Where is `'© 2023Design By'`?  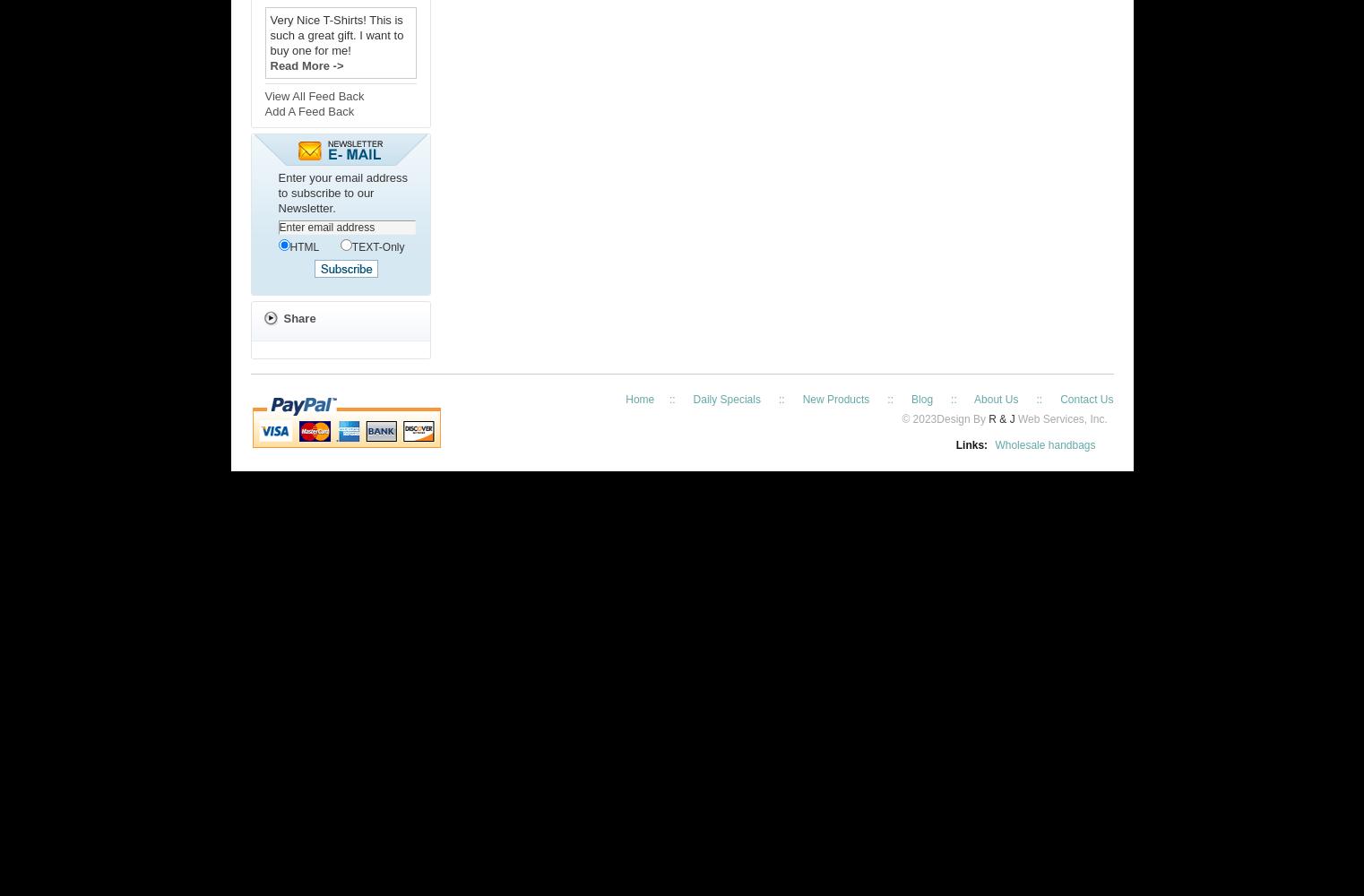 '© 2023Design By' is located at coordinates (945, 418).